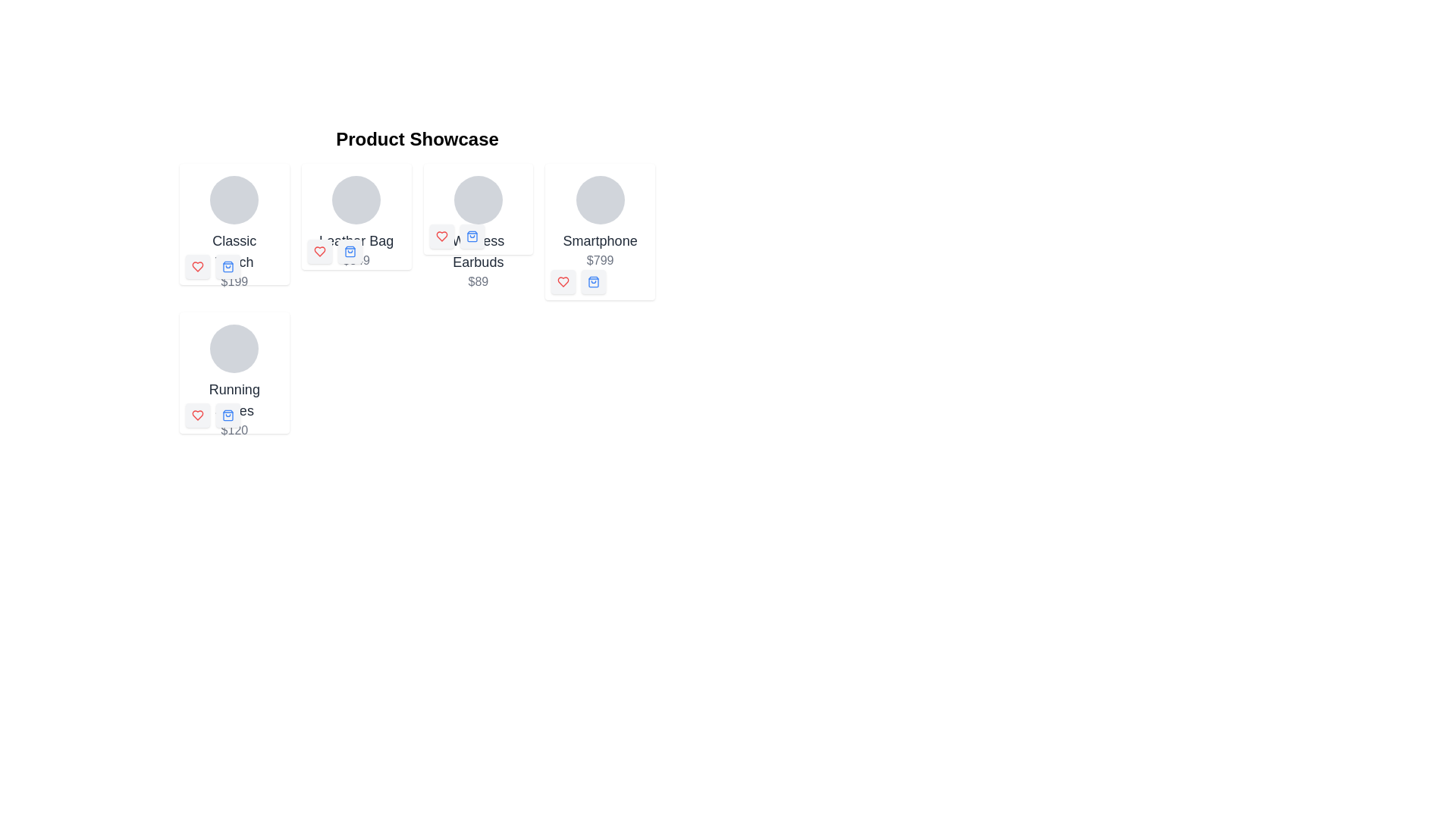  I want to click on the Product Display Card featuring 'Wireless Earbuds' and priced at '$89', which is the third item in a horizontally arranged grid of four items, so click(477, 209).